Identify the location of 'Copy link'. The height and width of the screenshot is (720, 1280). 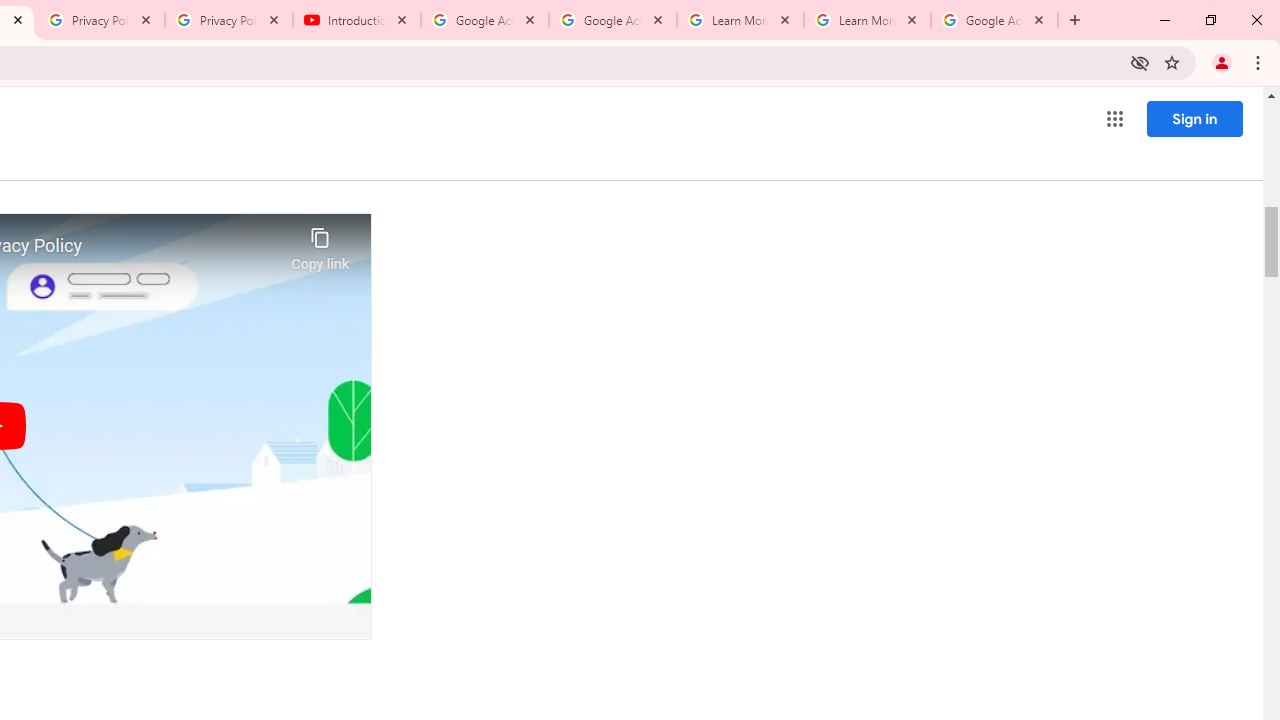
(320, 243).